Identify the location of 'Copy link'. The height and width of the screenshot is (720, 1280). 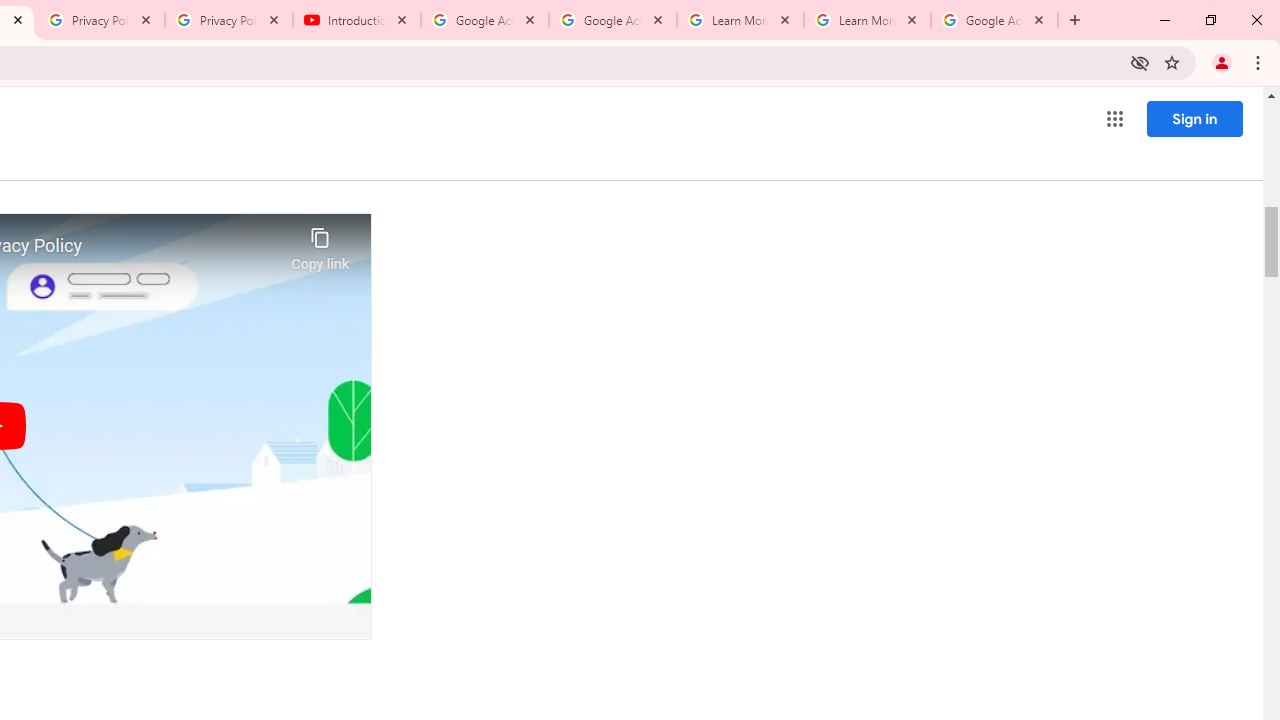
(320, 243).